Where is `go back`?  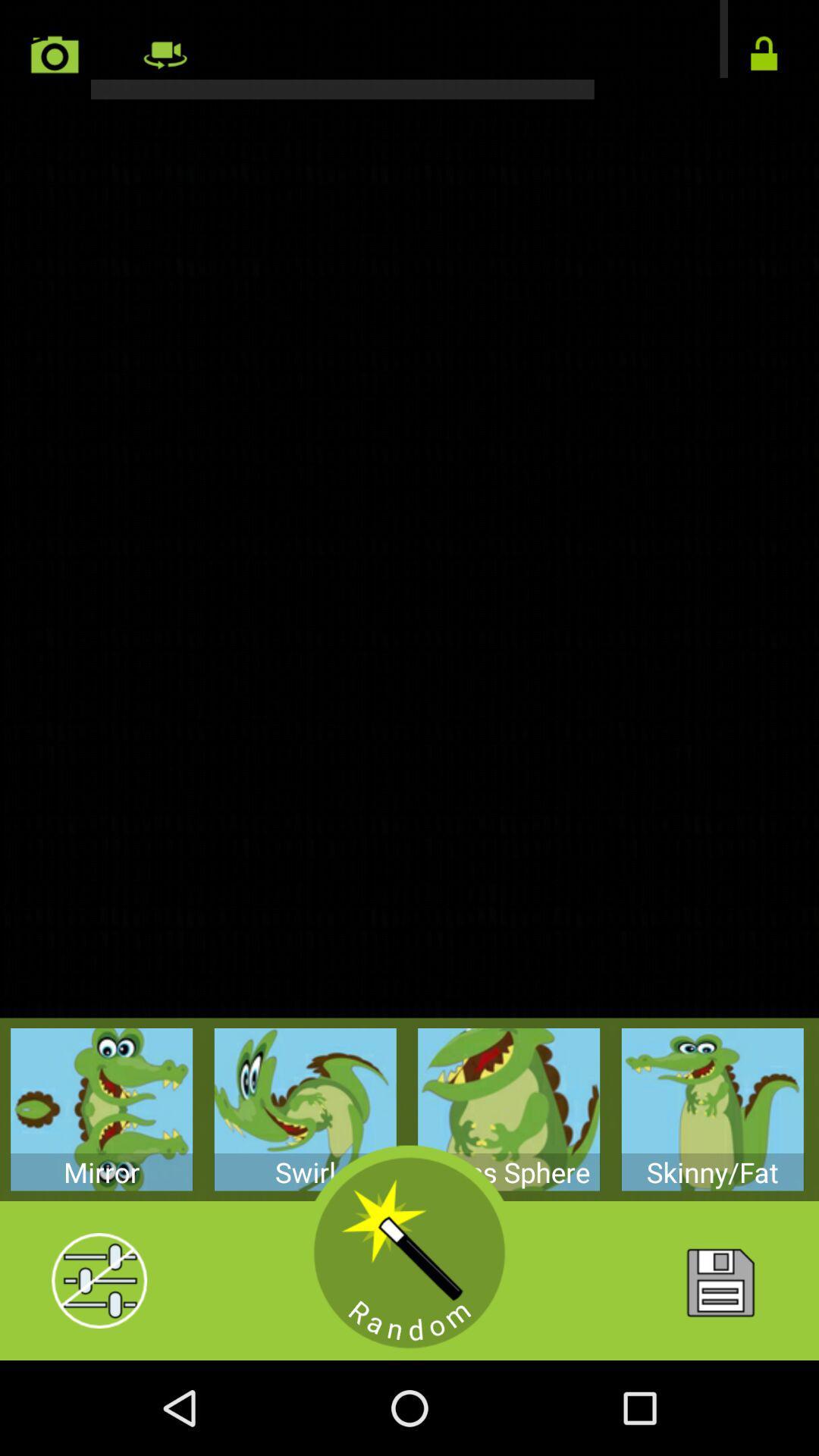 go back is located at coordinates (409, 49).